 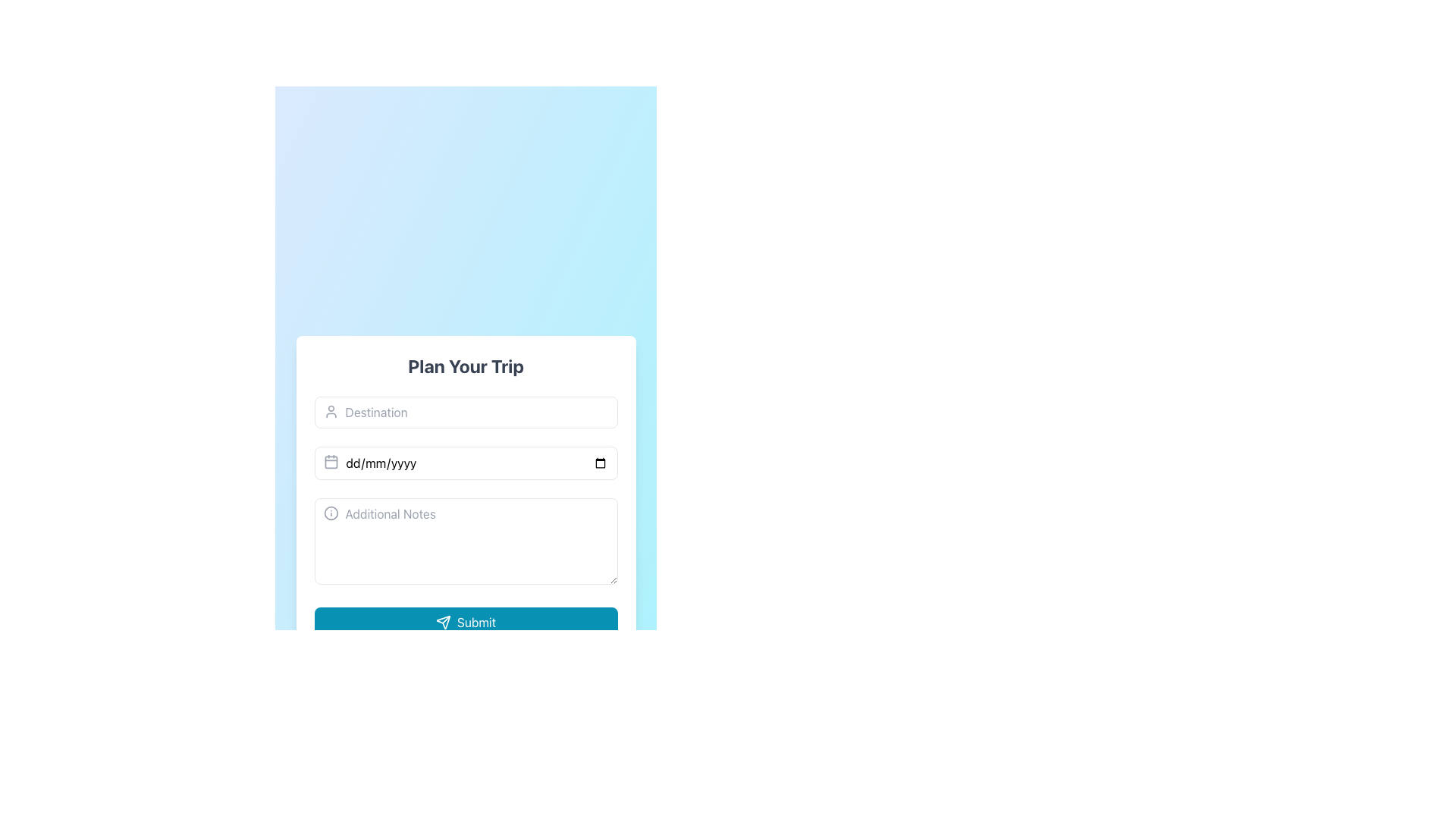 What do you see at coordinates (330, 461) in the screenshot?
I see `the calendar icon, which is a small square outline with a top bar located on the left end of the date input field in the 'Plan Your Trip' form` at bounding box center [330, 461].